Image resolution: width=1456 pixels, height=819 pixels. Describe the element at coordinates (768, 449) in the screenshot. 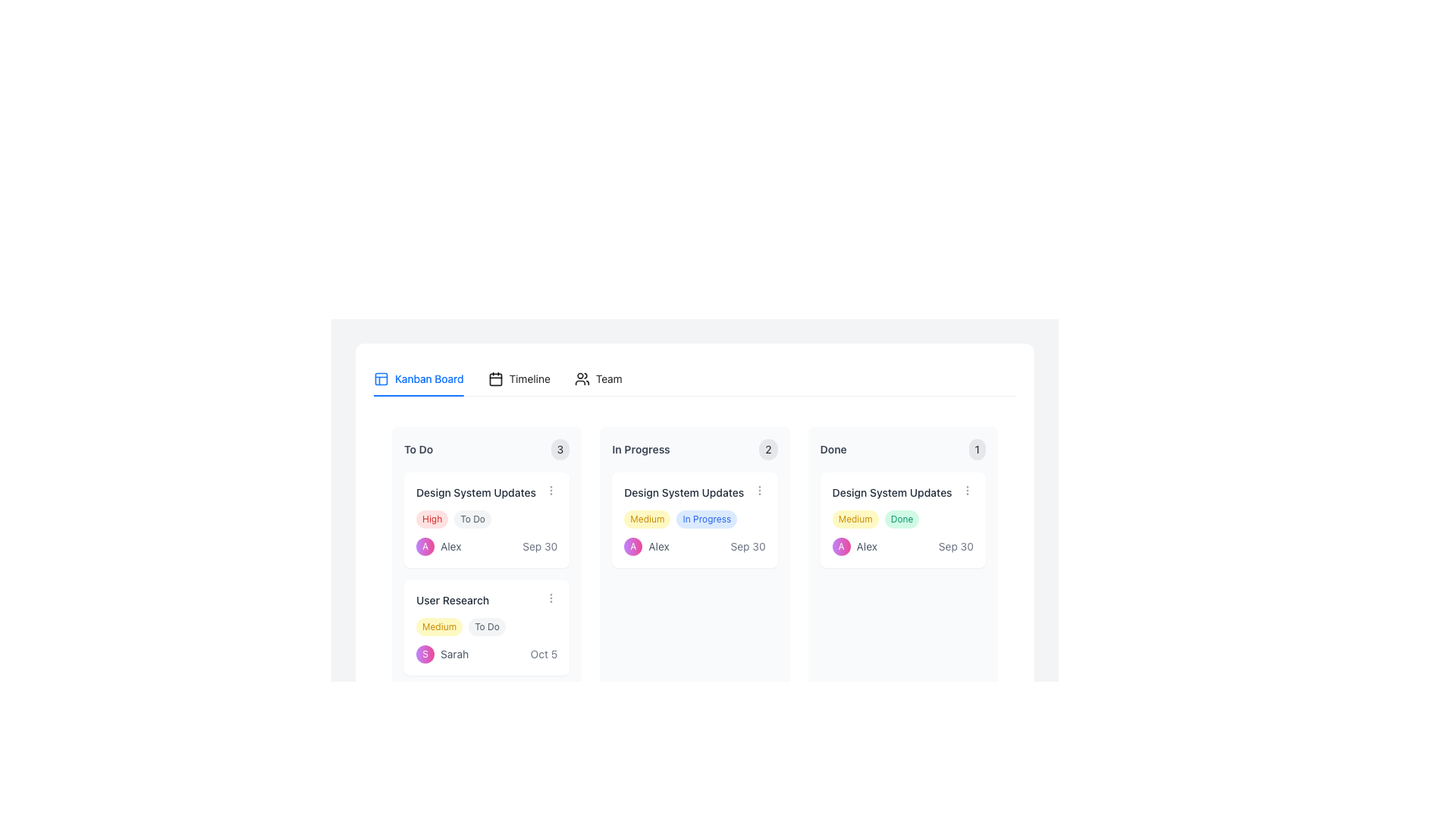

I see `the badge displaying the count of associated items in the 'In Progress' section, located at the top-right corner of the 'In Progress' card header next to the title 'In Progress'` at that location.